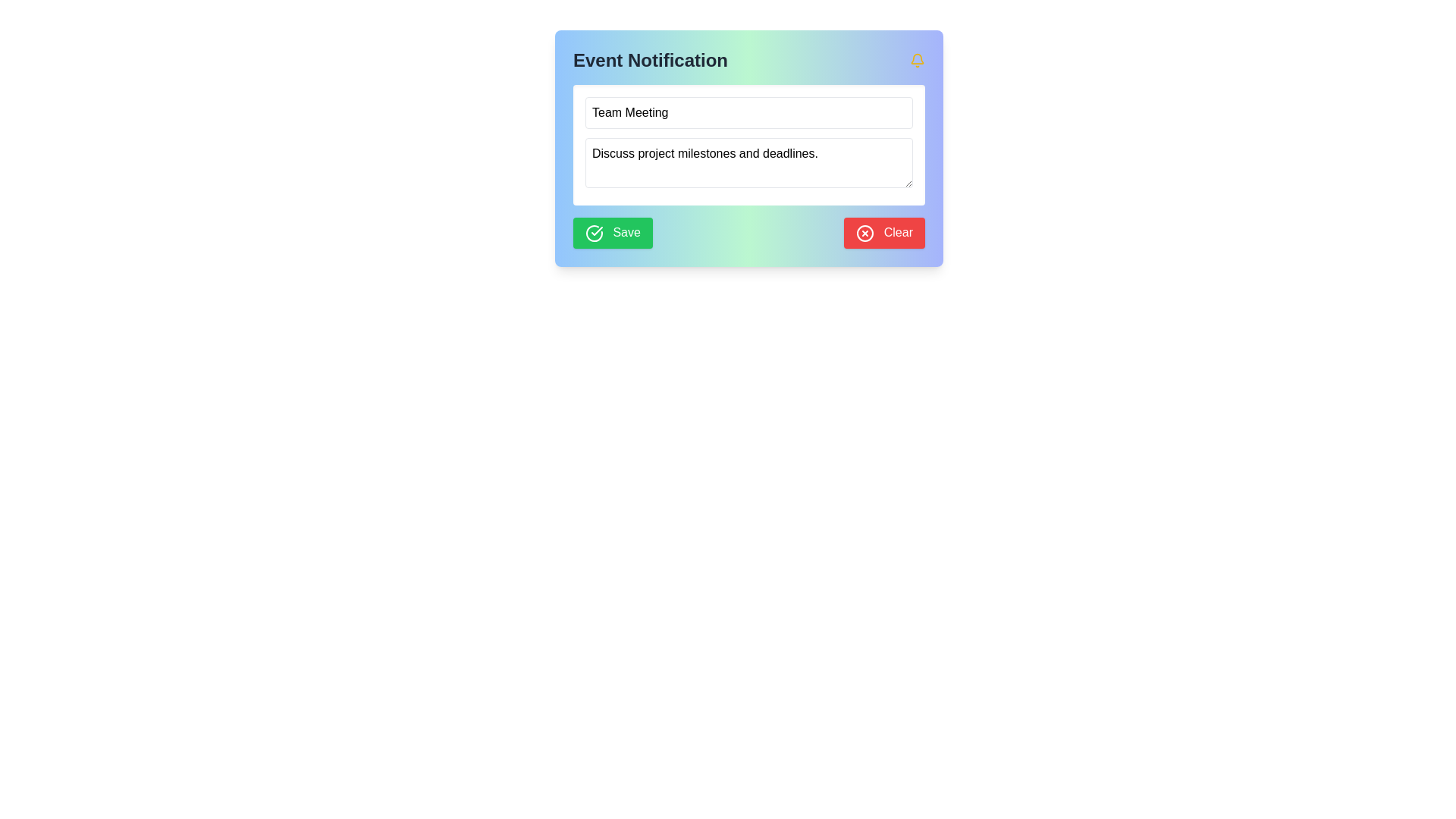 This screenshot has width=1456, height=819. Describe the element at coordinates (865, 233) in the screenshot. I see `the icon within the 'Clear' button, which indicates the functionality to clear or reset the form, located to the left of the 'Clear' text` at that location.